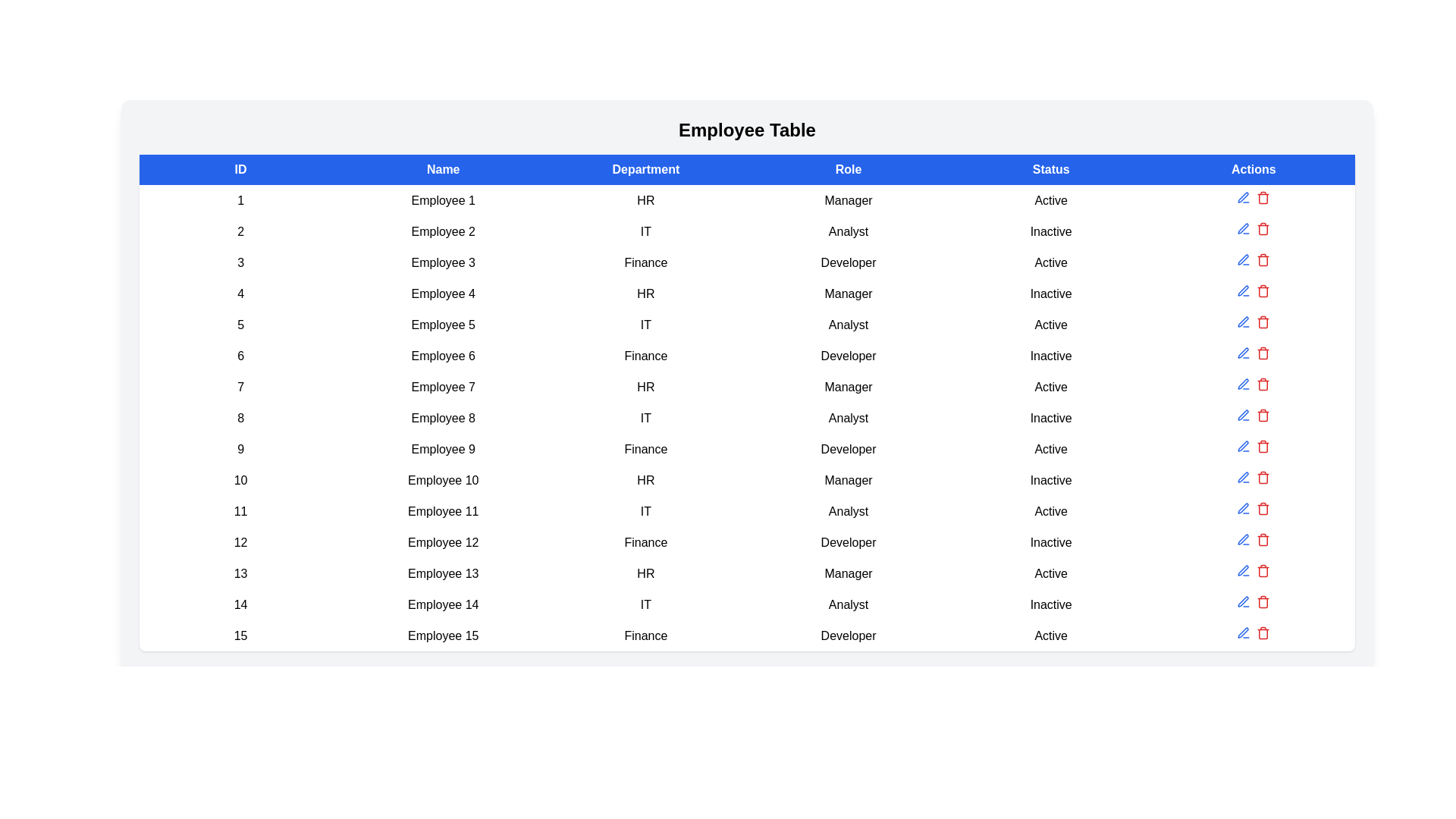  Describe the element at coordinates (1254, 169) in the screenshot. I see `the column header labeled 'Actions' to sort the table rows by that column` at that location.